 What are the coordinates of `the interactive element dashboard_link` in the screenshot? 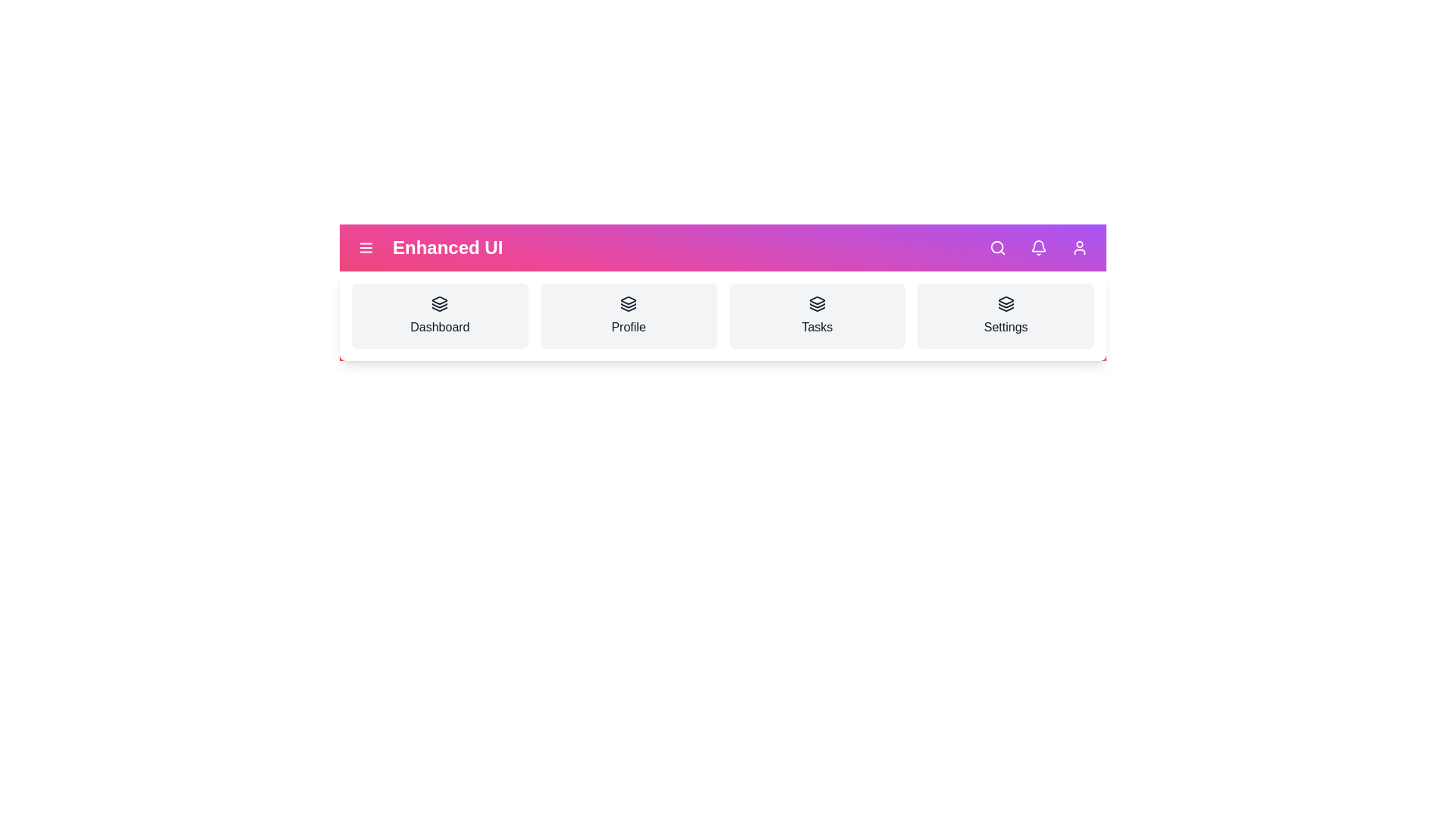 It's located at (439, 315).